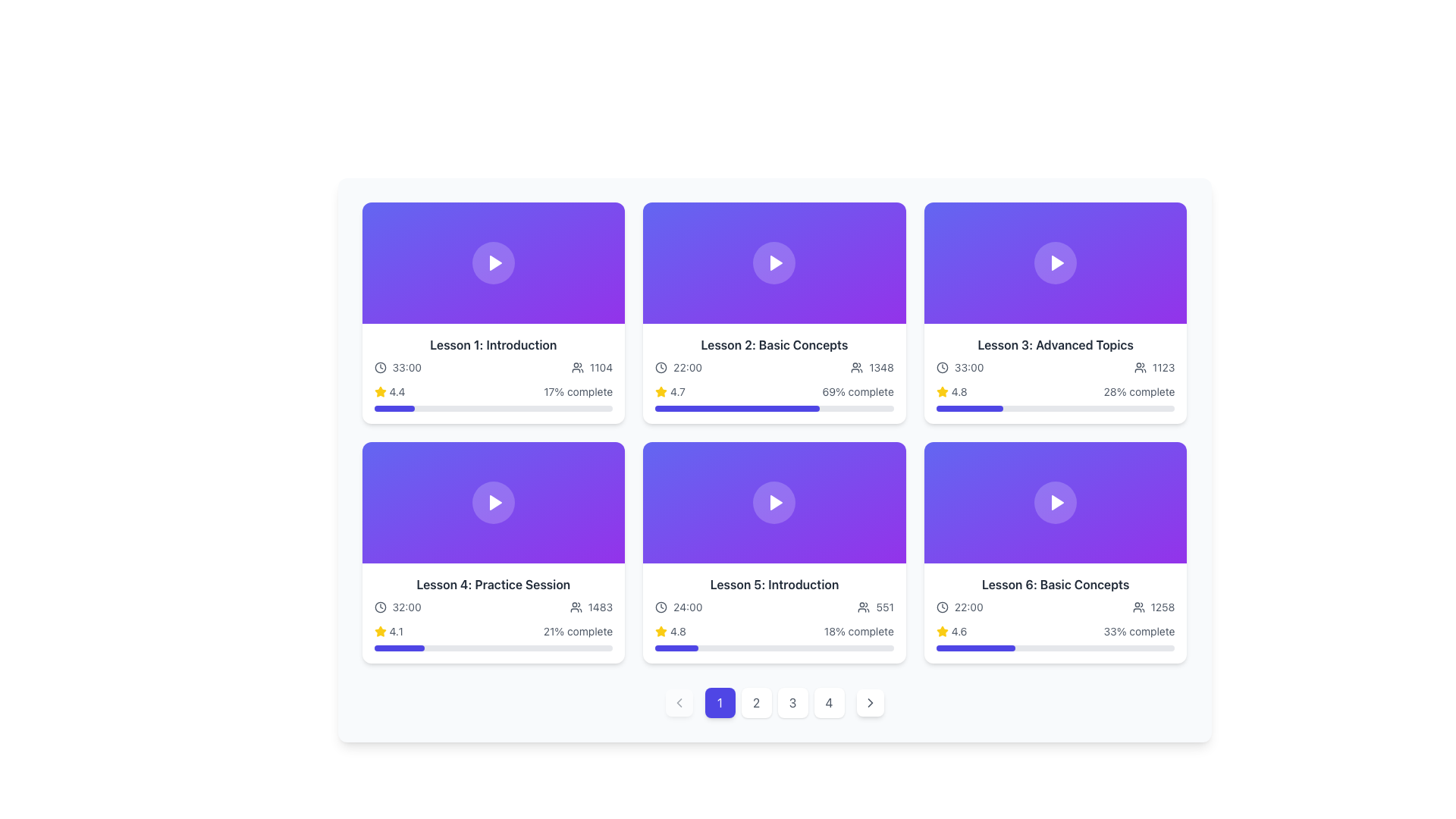 The image size is (1456, 819). What do you see at coordinates (1055, 408) in the screenshot?
I see `the progress bar indicating 28% completion of 'Lesson 3: Advanced Topics', located in the third card from the left in the top row of a grid layout` at bounding box center [1055, 408].